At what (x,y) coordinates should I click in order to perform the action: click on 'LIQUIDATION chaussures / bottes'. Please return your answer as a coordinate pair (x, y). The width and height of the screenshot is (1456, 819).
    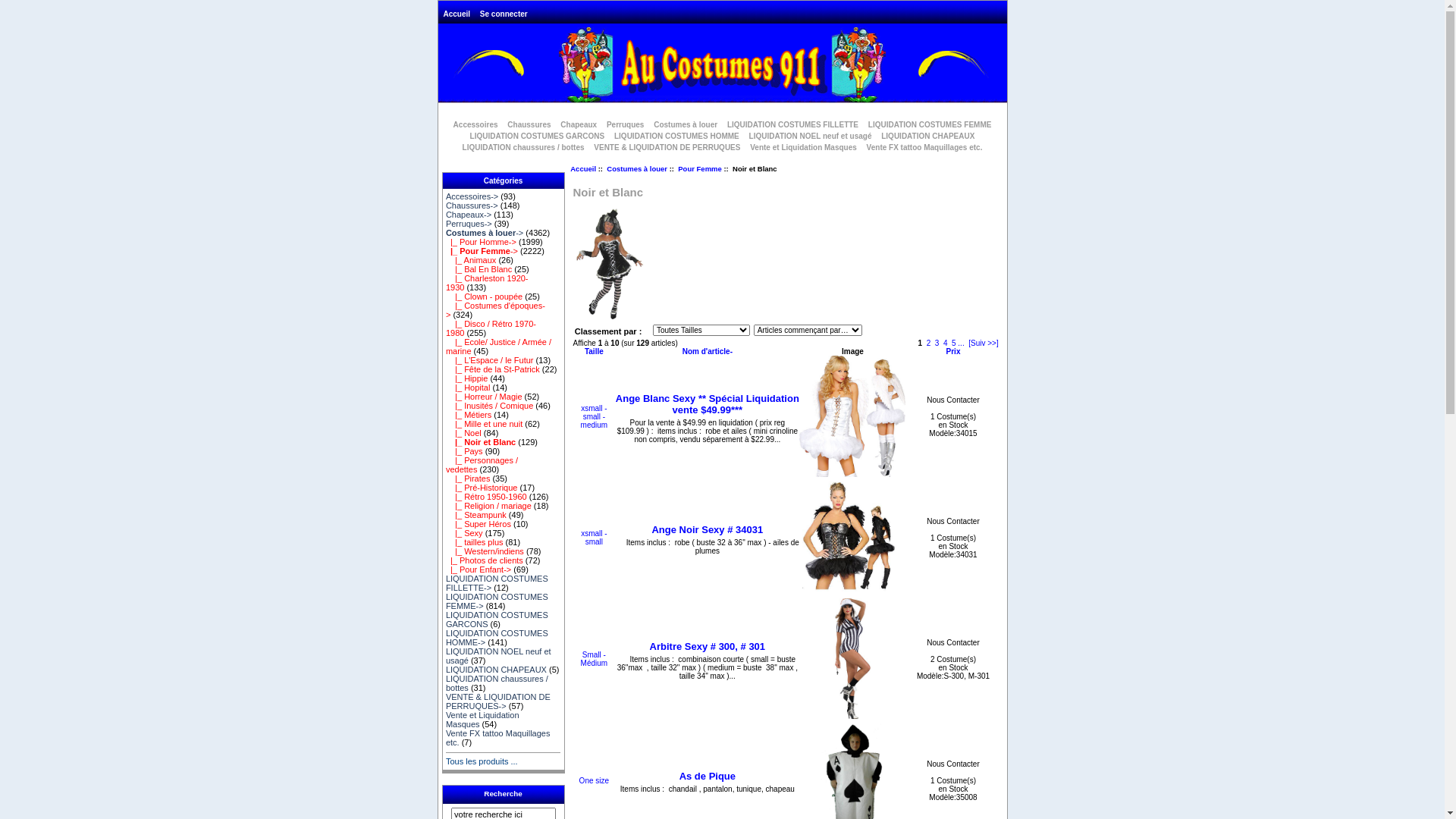
    Looking at the image, I should click on (523, 147).